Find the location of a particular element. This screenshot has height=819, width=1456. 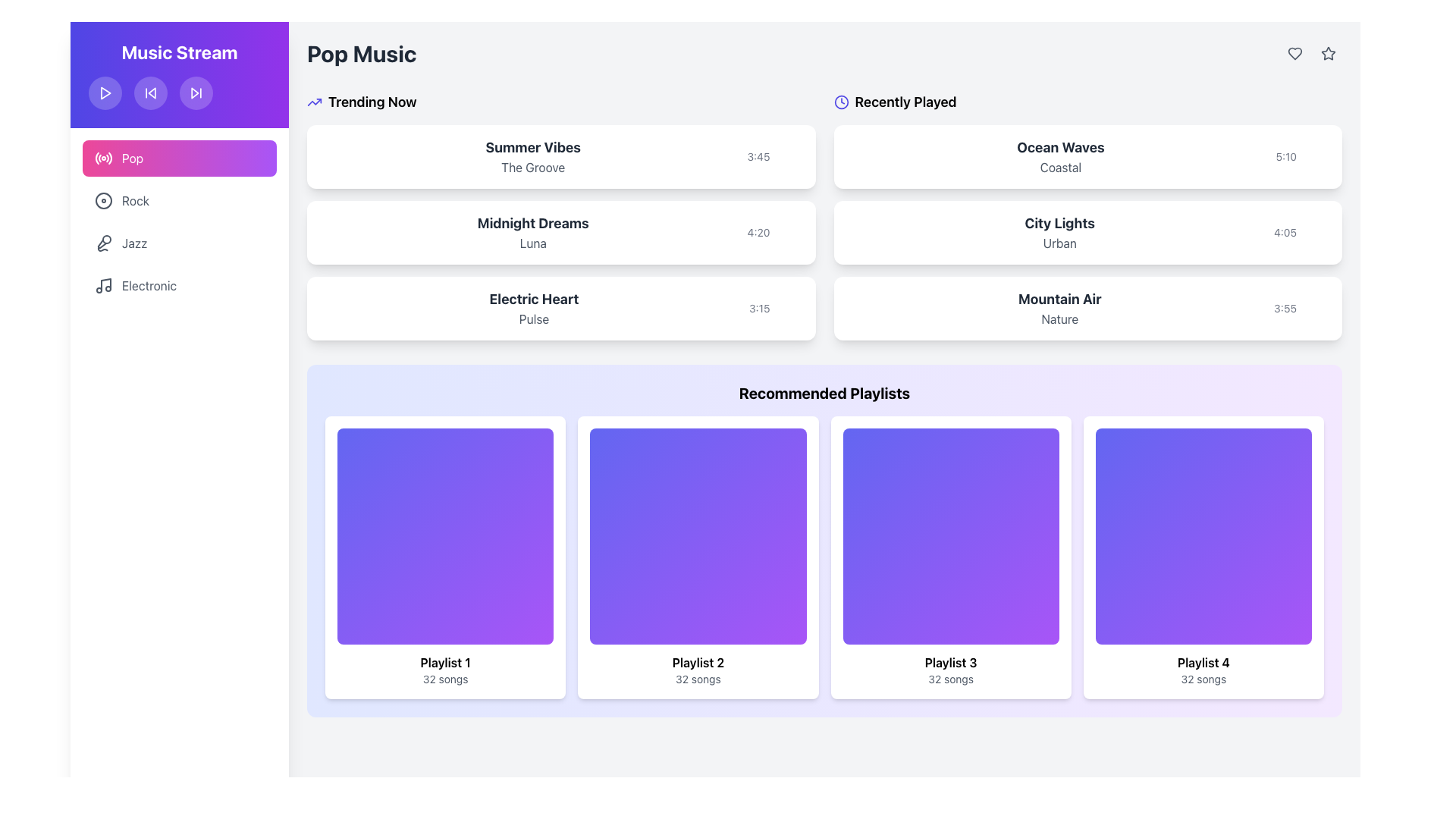

to select the 'Summer Vibes' music card, which is a white rectangular card with rounded corners located in the 'Trending Now' section under 'Pop Music' is located at coordinates (560, 157).